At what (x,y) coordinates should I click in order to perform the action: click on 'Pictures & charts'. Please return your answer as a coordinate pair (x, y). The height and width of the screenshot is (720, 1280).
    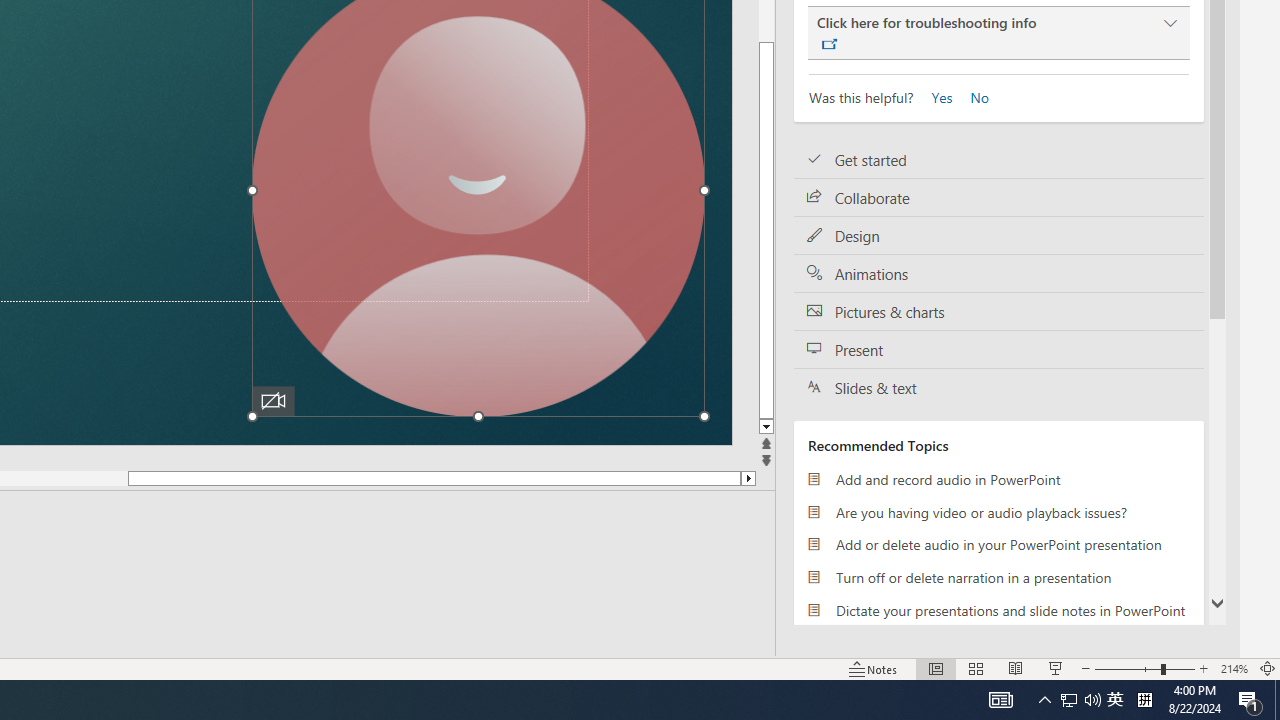
    Looking at the image, I should click on (999, 312).